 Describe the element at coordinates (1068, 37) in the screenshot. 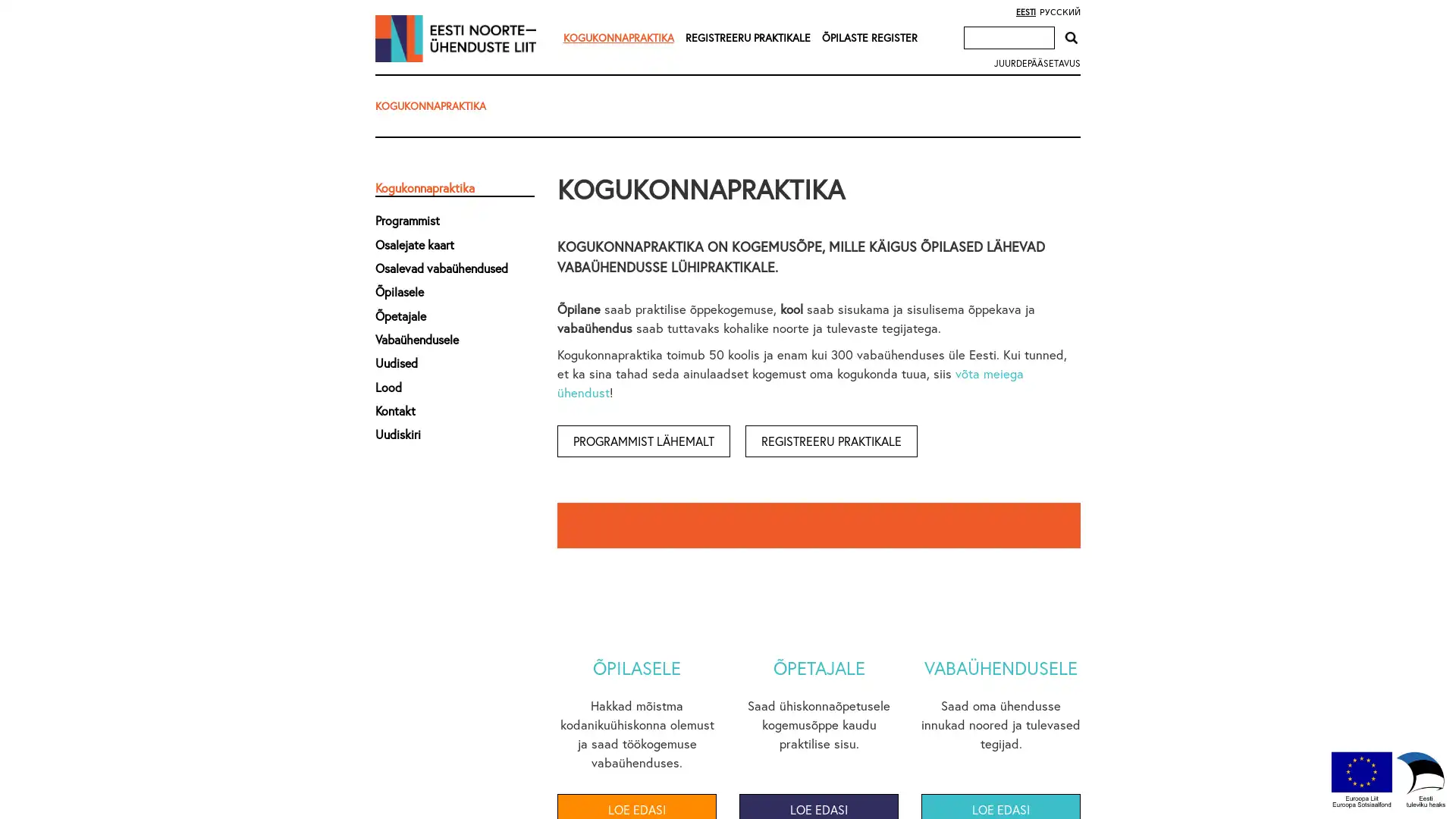

I see `Otsi` at that location.